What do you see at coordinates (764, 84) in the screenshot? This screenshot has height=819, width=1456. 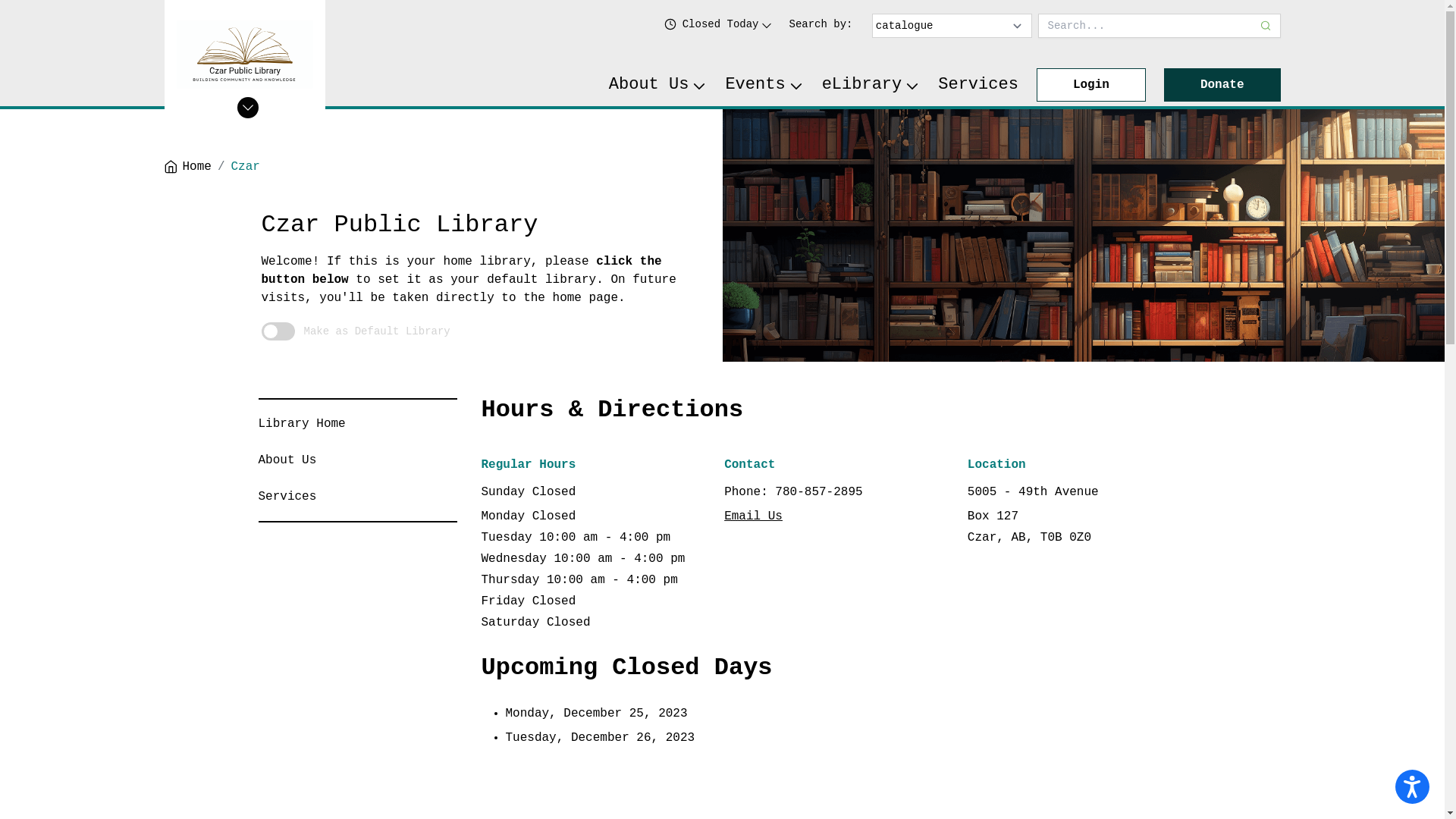 I see `'Events'` at bounding box center [764, 84].